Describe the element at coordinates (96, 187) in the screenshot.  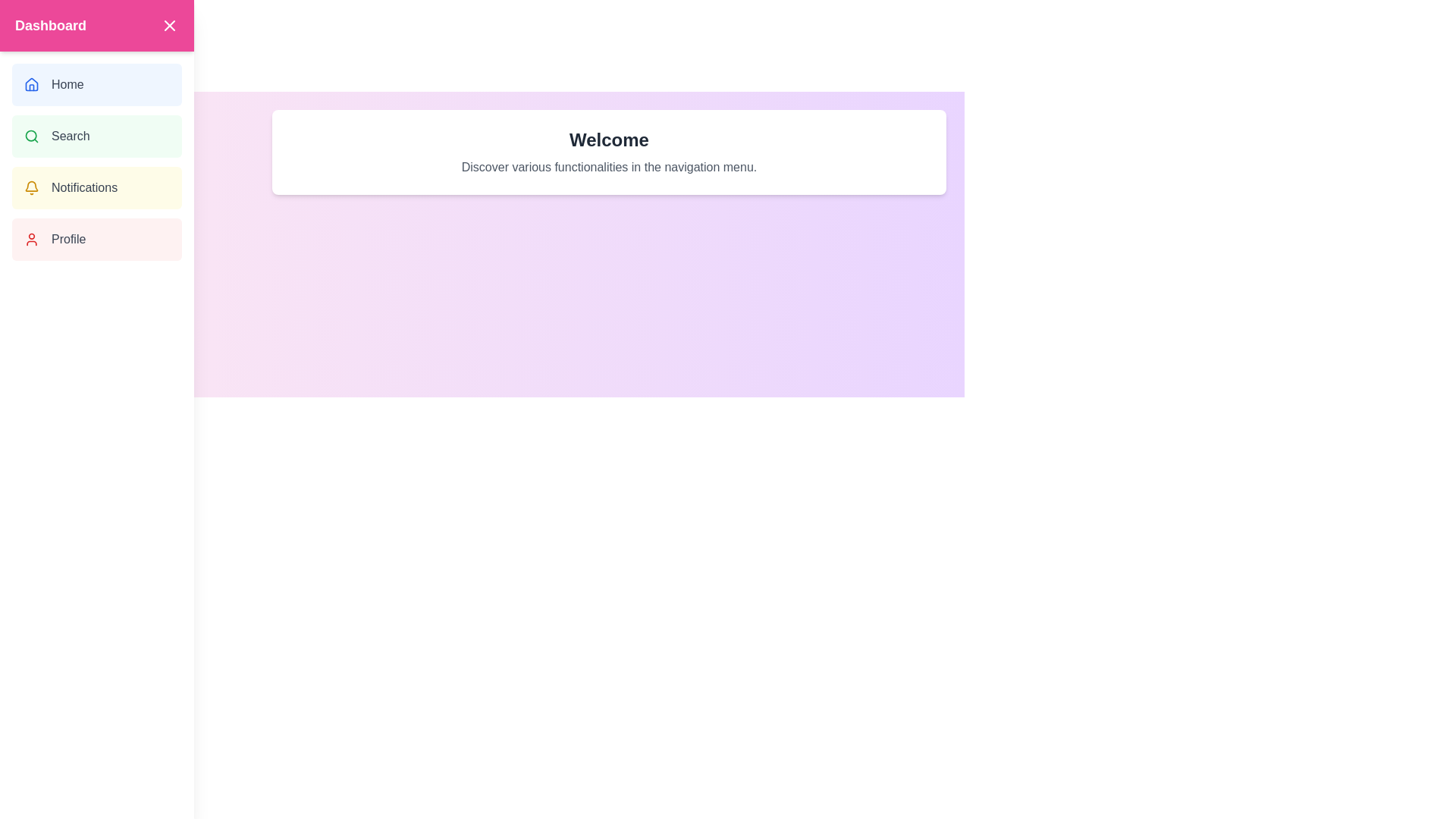
I see `the 'Notifications' button, which is the third item in the vertical navigation menu with a yellow background and a bell icon` at that location.